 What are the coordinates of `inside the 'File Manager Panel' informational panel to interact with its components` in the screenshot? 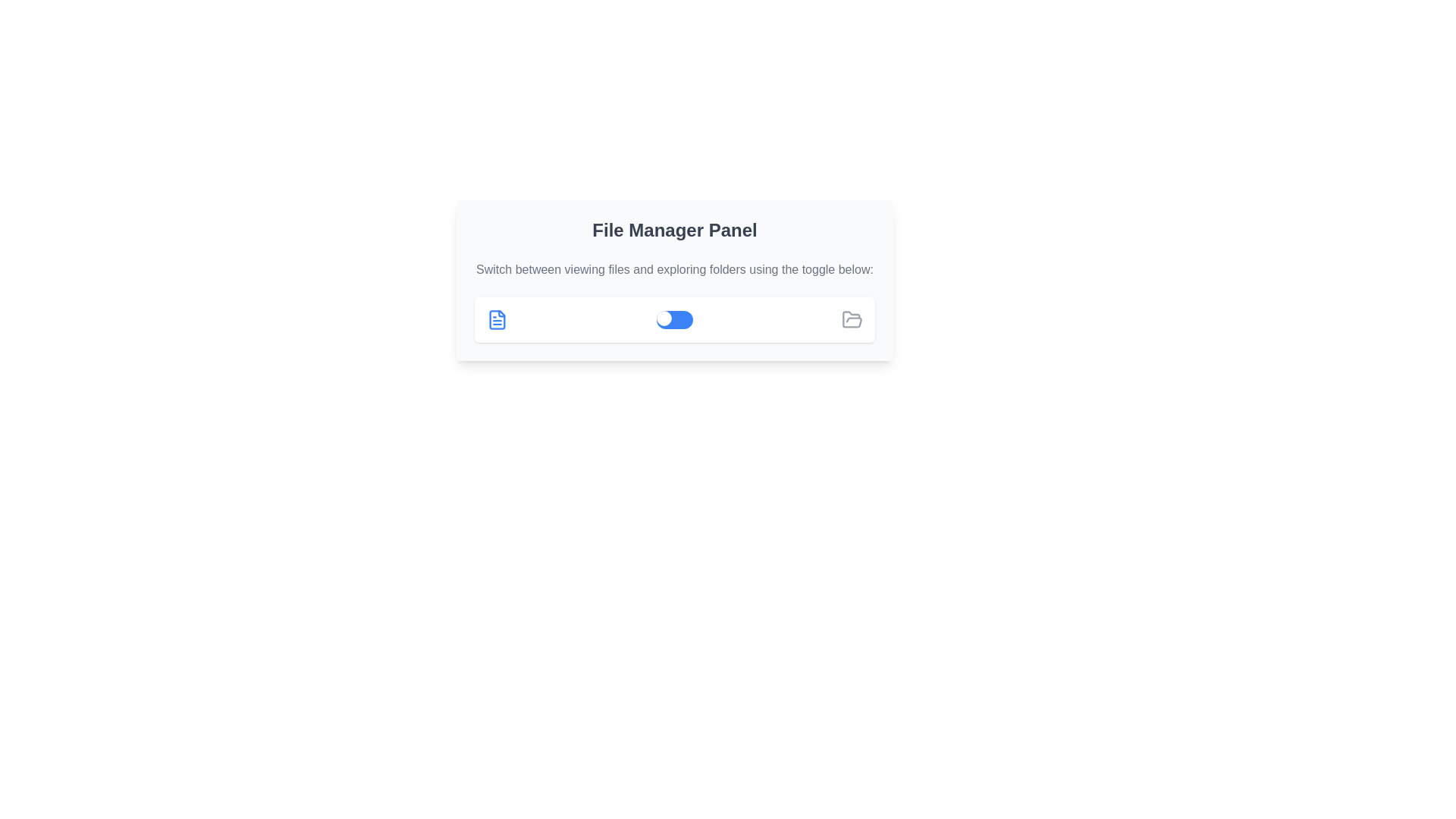 It's located at (673, 281).